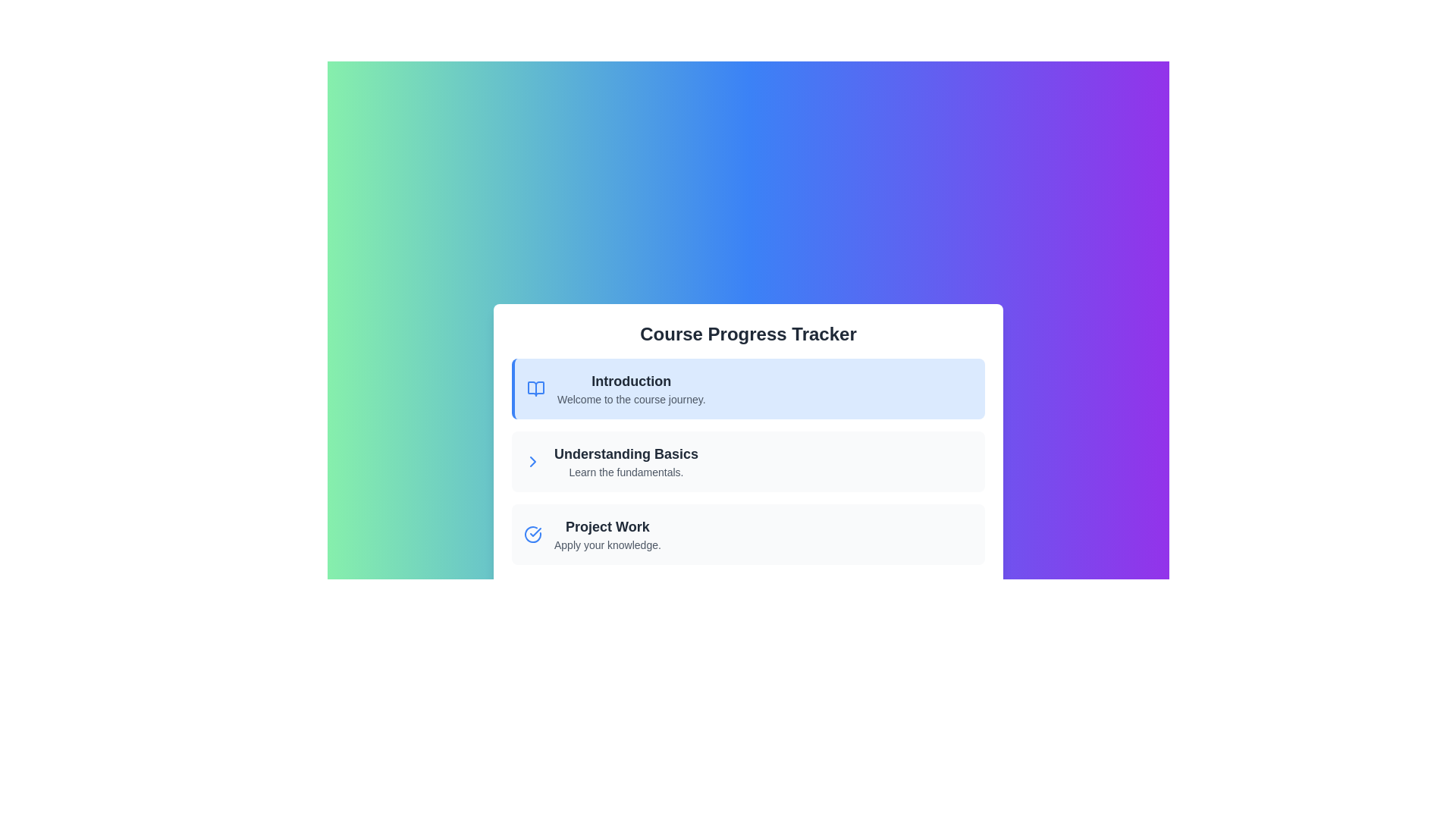 Image resolution: width=1456 pixels, height=819 pixels. Describe the element at coordinates (748, 461) in the screenshot. I see `the List Item titled 'Understanding Basics' which is the second item in a vertically stacked list` at that location.